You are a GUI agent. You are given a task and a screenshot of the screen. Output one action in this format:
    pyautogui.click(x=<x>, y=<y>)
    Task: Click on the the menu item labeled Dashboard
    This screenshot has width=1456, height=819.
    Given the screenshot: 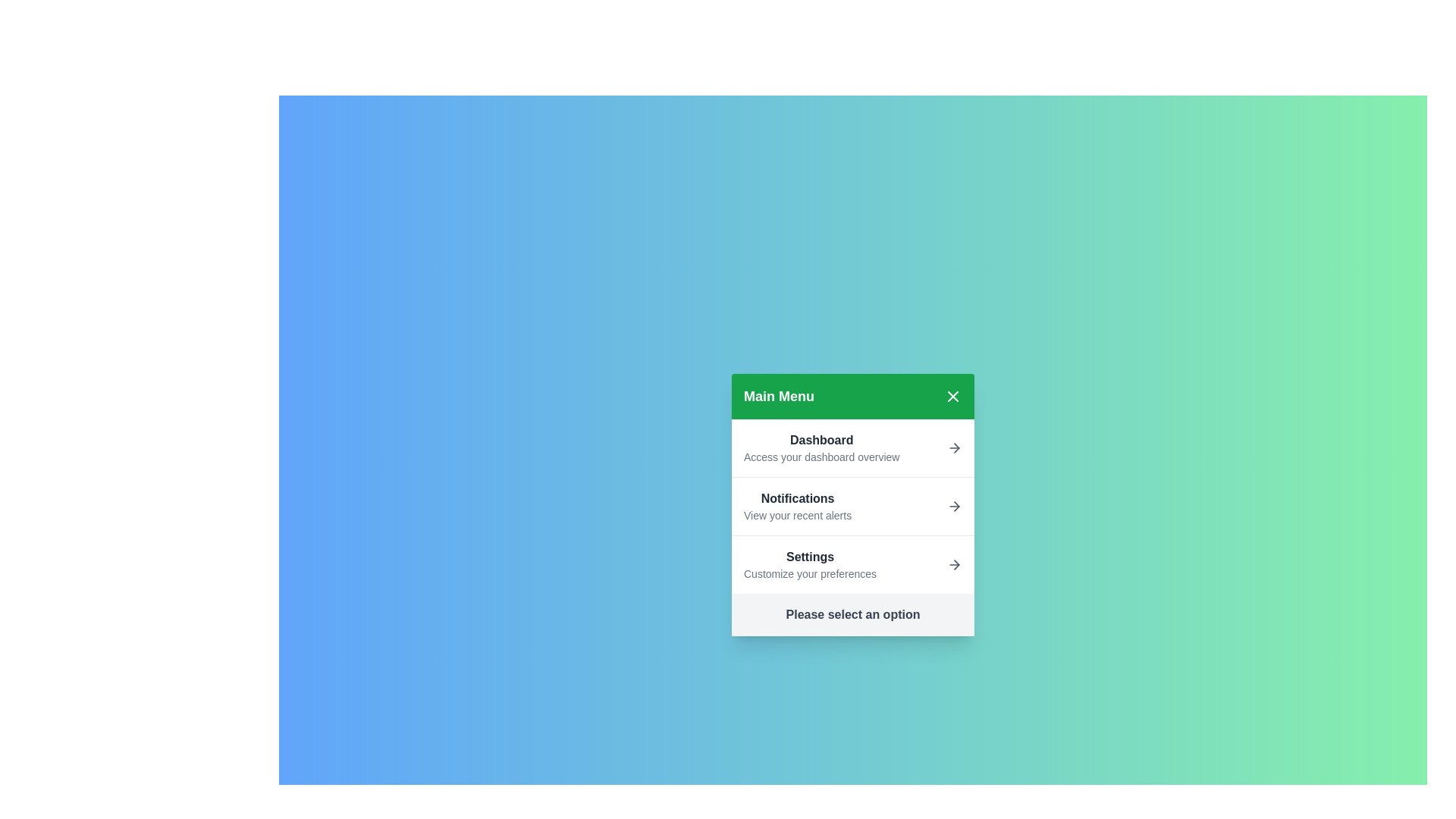 What is the action you would take?
    pyautogui.click(x=852, y=447)
    